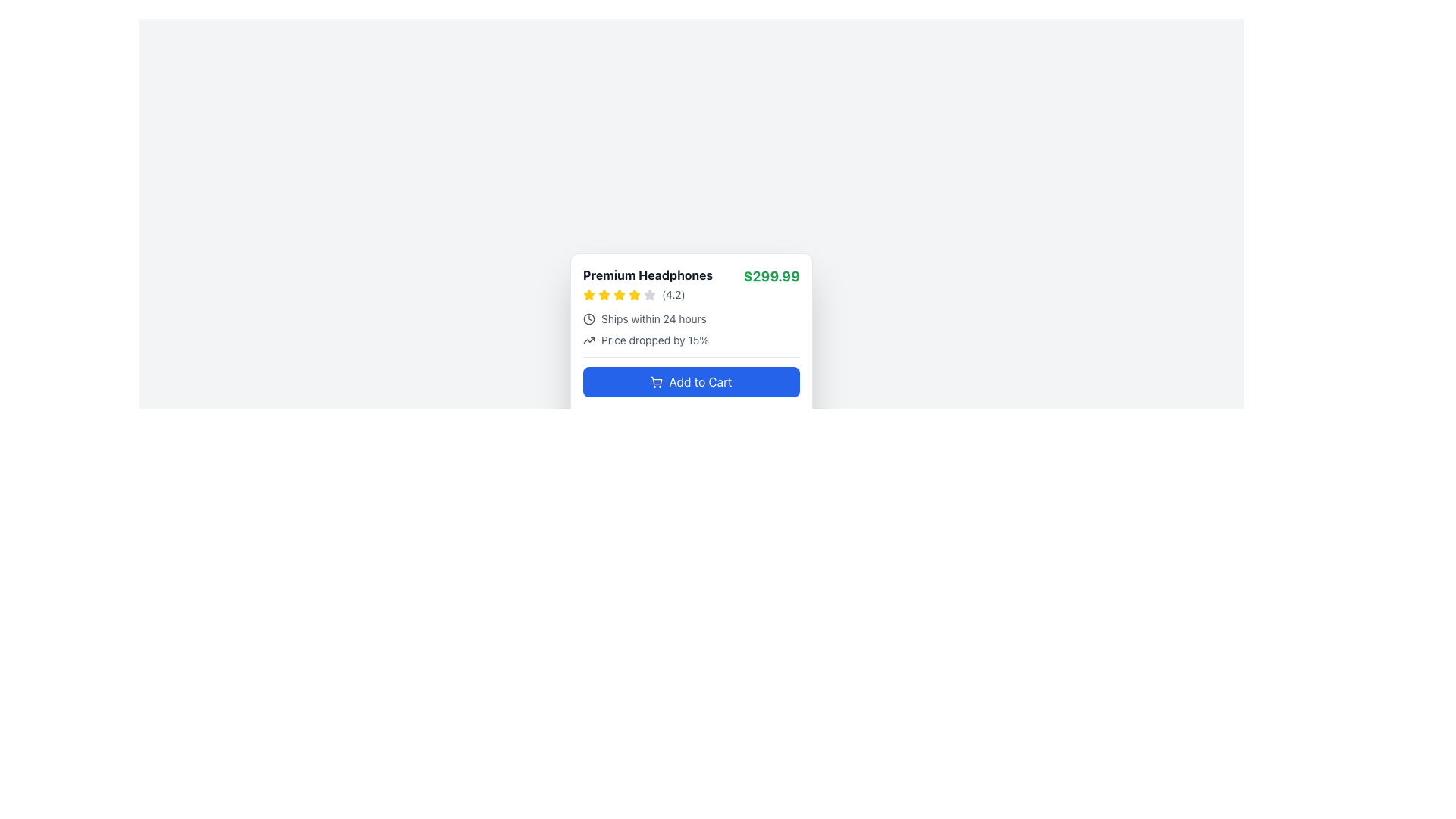  Describe the element at coordinates (648, 295) in the screenshot. I see `the stars in the Rating Display located under the title 'Premium Headphones' to inspect further` at that location.